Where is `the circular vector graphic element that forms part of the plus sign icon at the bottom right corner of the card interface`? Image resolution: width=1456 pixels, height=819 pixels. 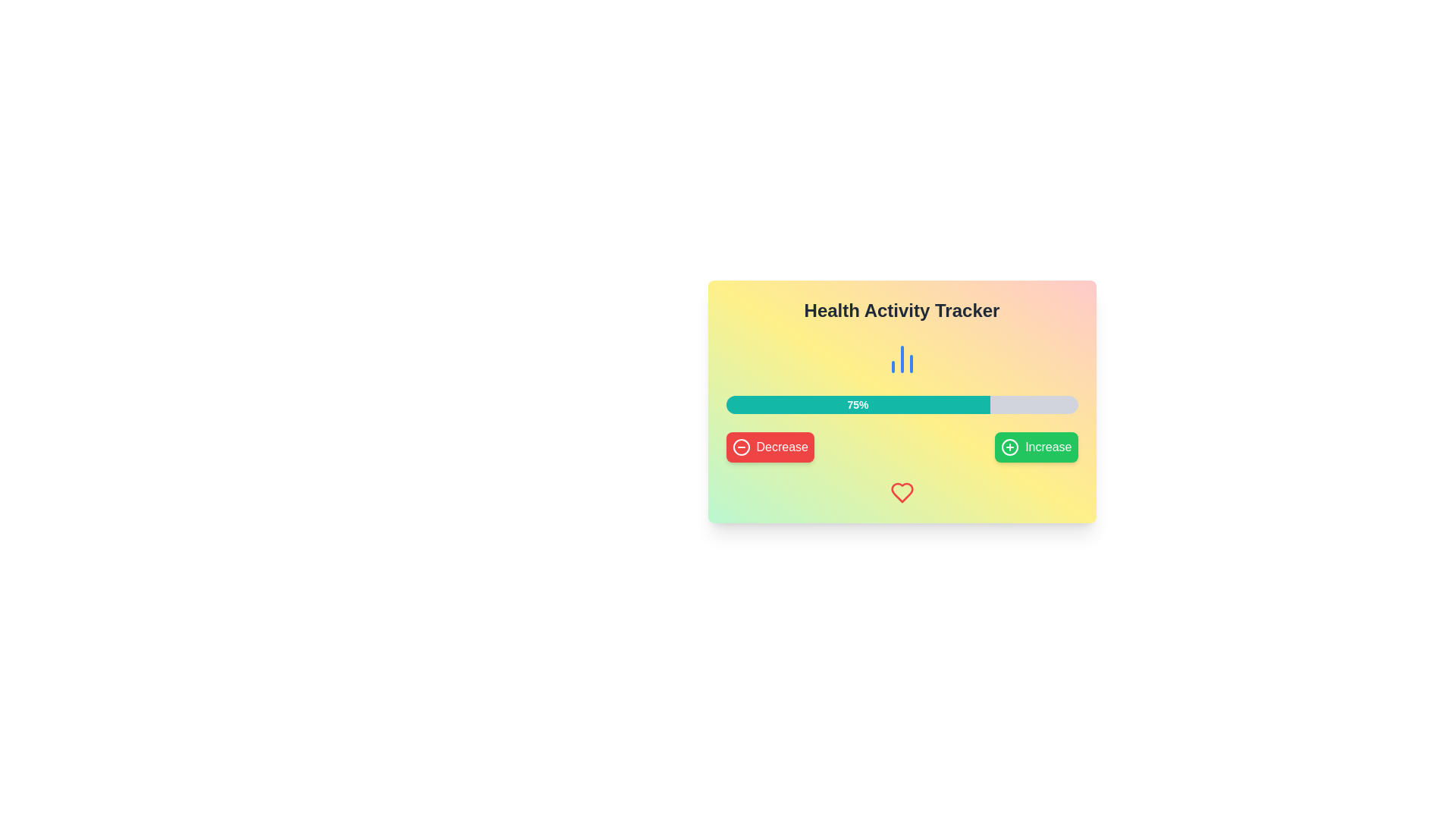
the circular vector graphic element that forms part of the plus sign icon at the bottom right corner of the card interface is located at coordinates (1010, 447).